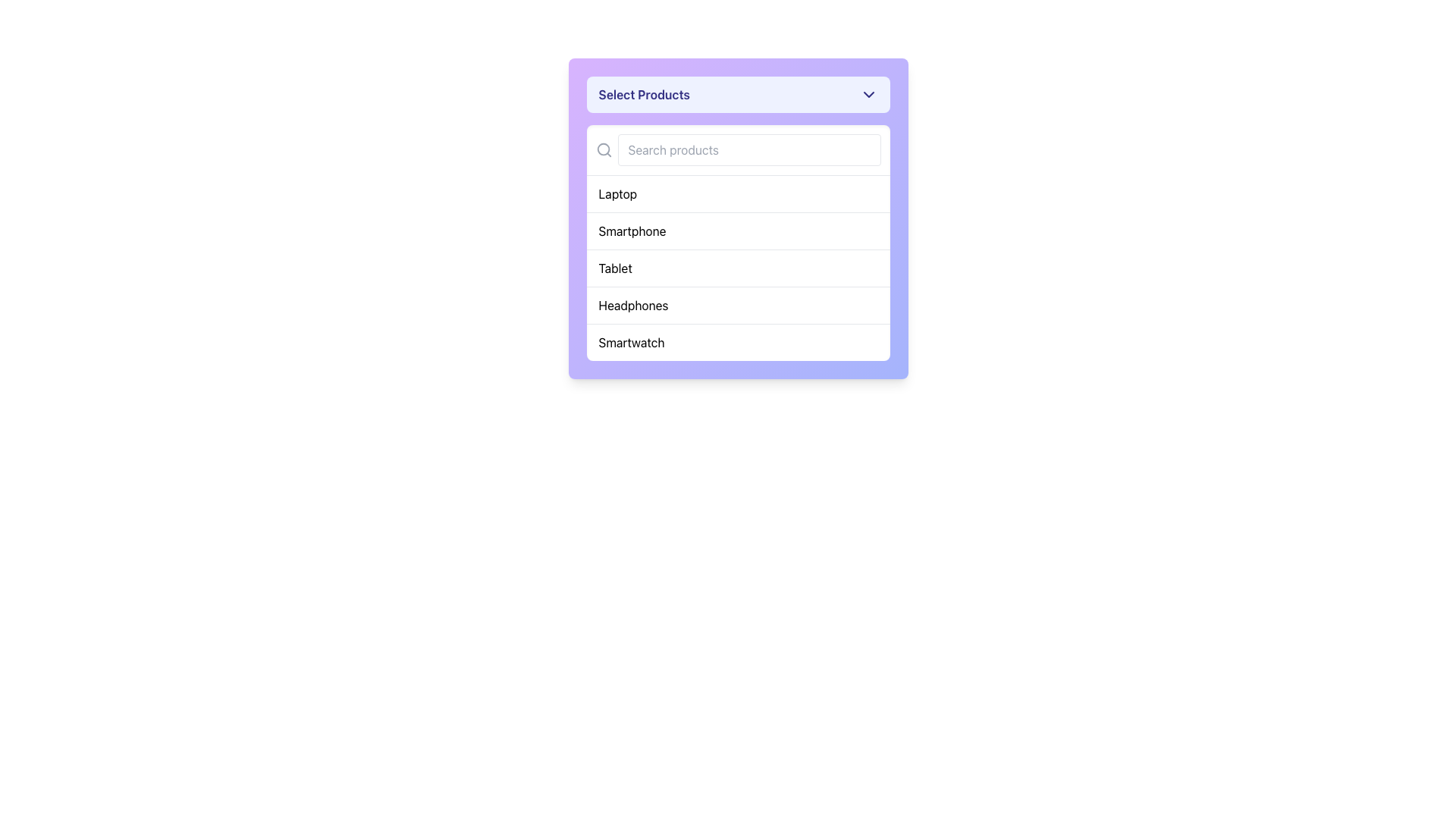  What do you see at coordinates (602, 149) in the screenshot?
I see `the circular lens part of the magnifying glass icon located in the top-left corner of the search bar` at bounding box center [602, 149].